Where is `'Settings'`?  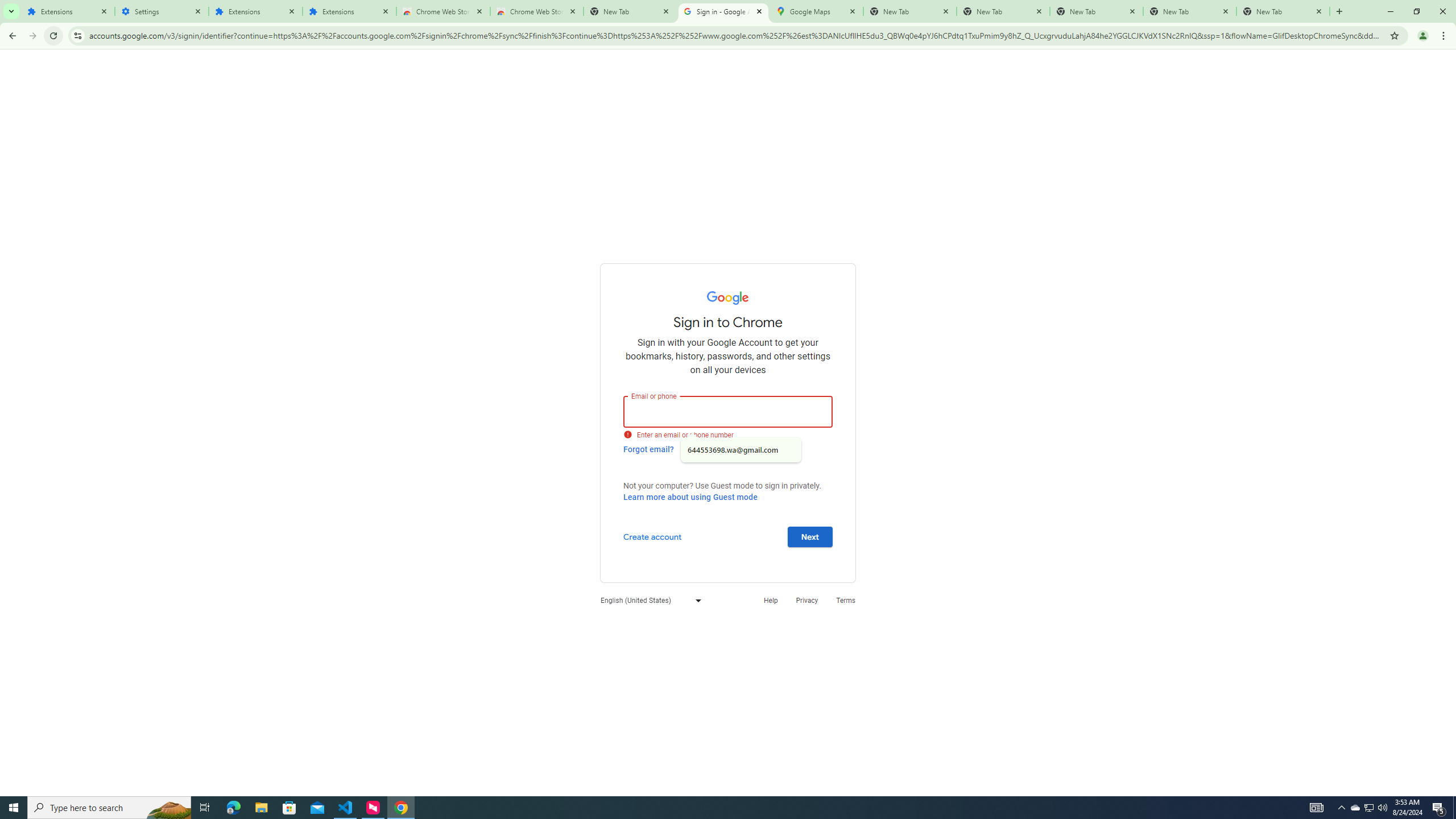
'Settings' is located at coordinates (162, 11).